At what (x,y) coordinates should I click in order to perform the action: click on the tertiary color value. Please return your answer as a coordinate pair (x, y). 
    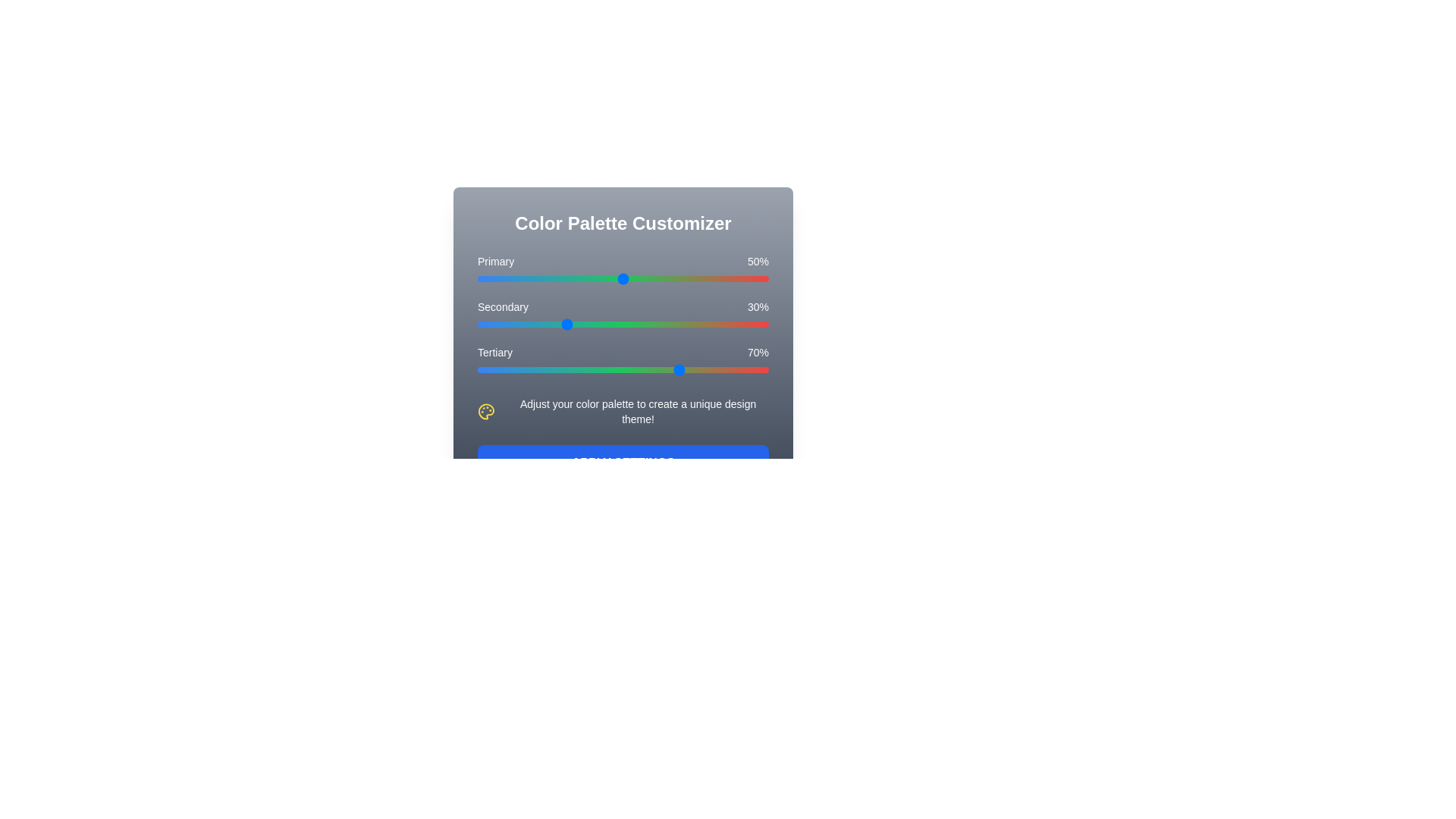
    Looking at the image, I should click on (585, 370).